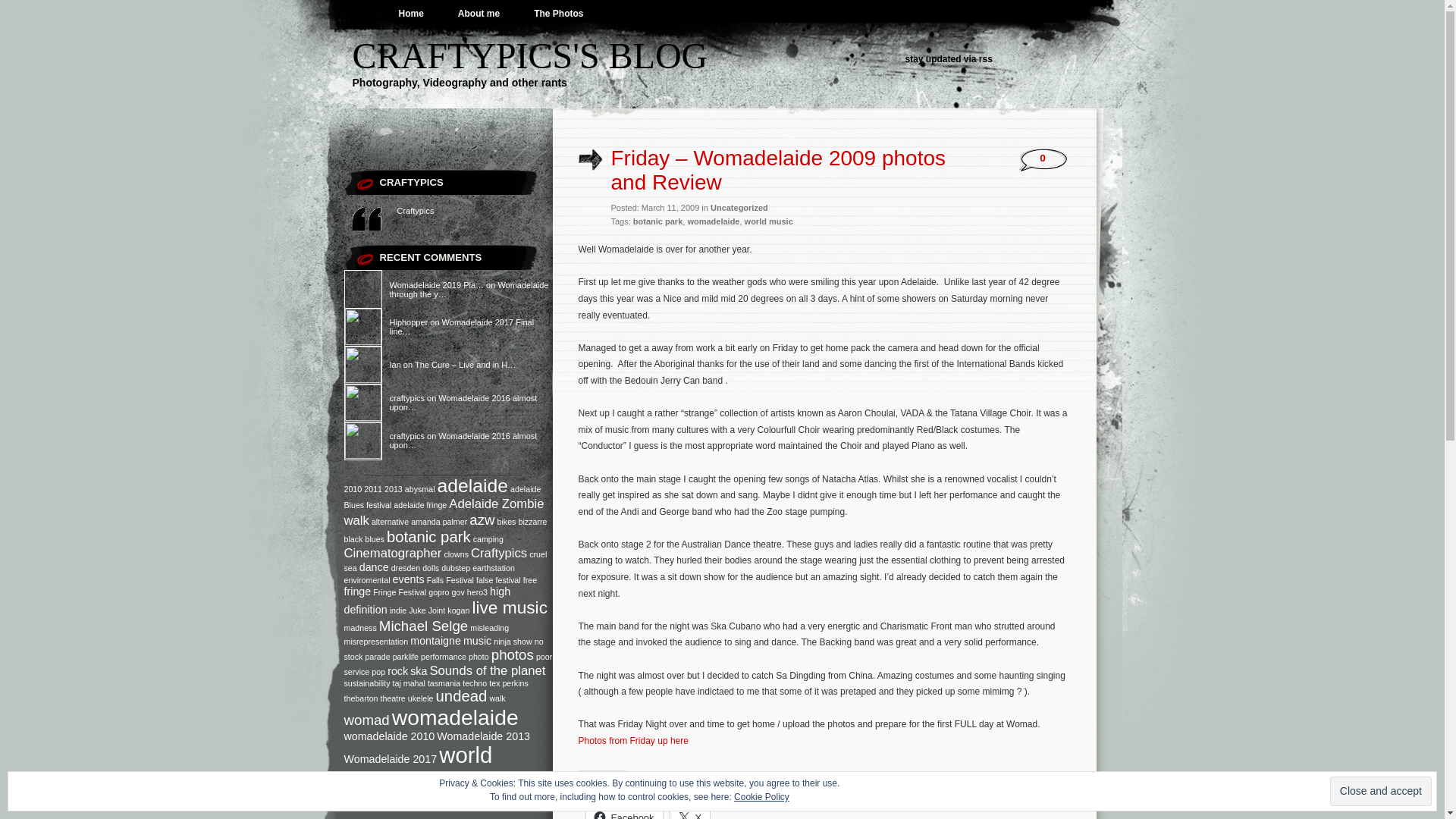 This screenshot has height=819, width=1456. Describe the element at coordinates (344, 683) in the screenshot. I see `'sustainability'` at that location.